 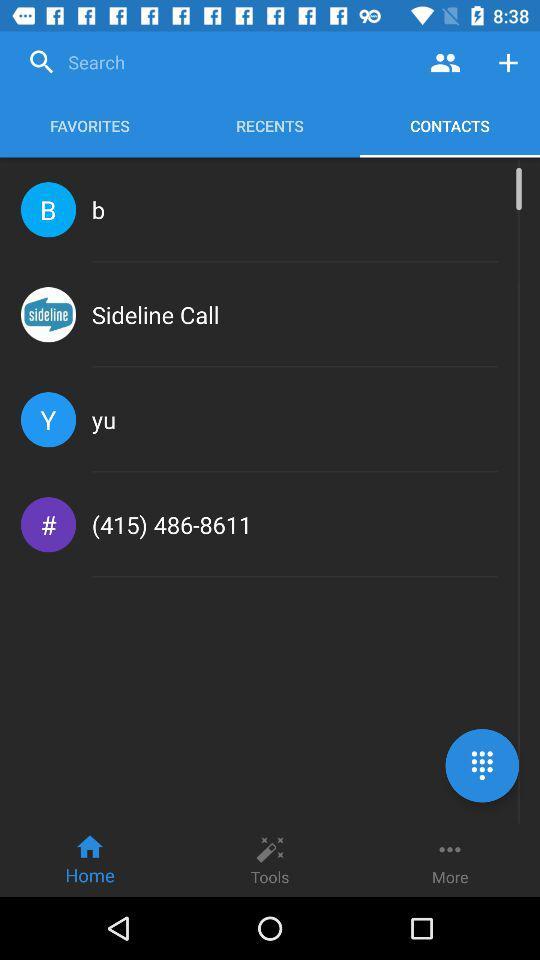 What do you see at coordinates (171, 523) in the screenshot?
I see `(415) 486-8611` at bounding box center [171, 523].